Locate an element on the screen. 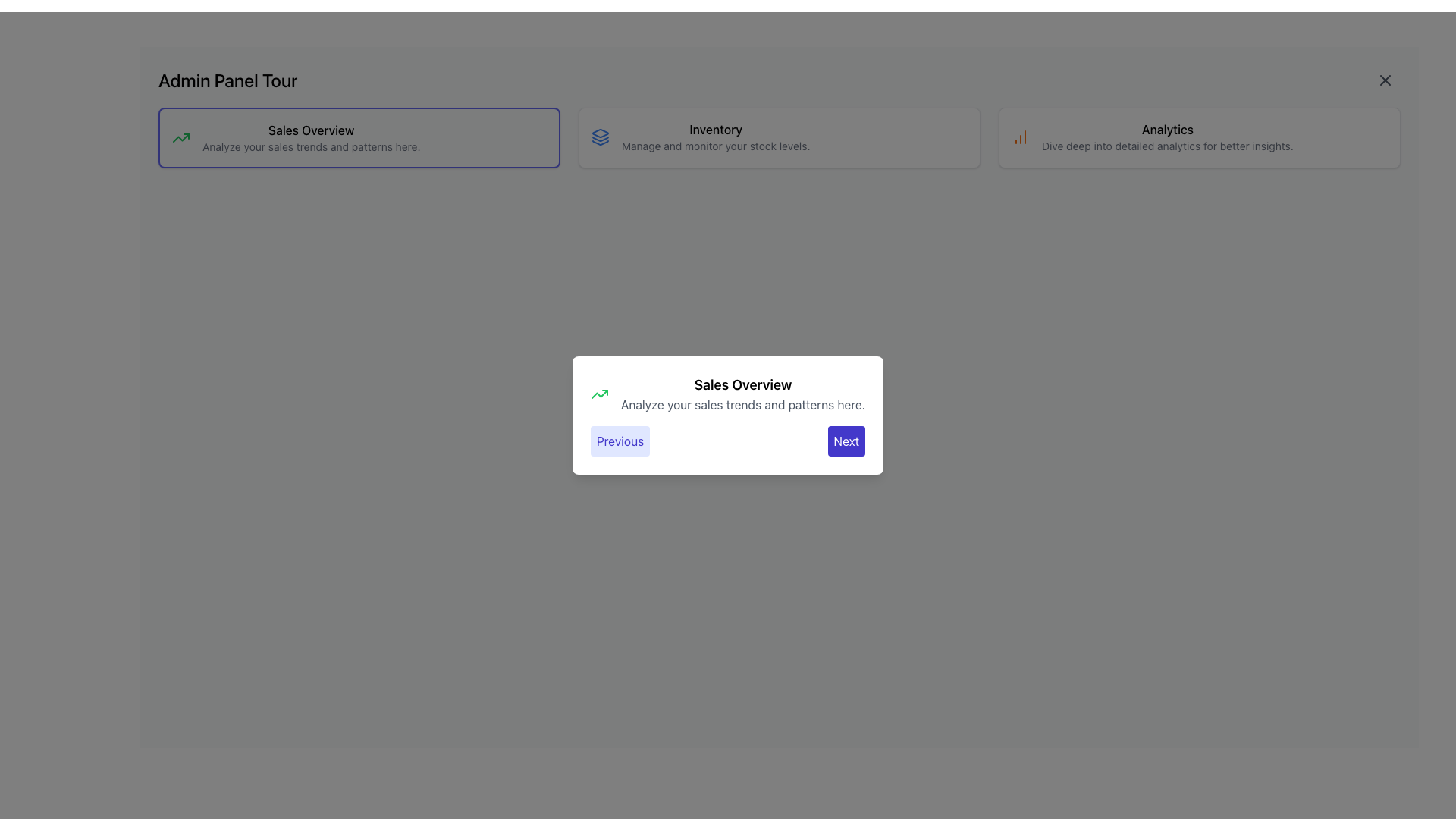 The height and width of the screenshot is (819, 1456). the Informational Card located in the middle of a three-item horizontal layout is located at coordinates (779, 137).